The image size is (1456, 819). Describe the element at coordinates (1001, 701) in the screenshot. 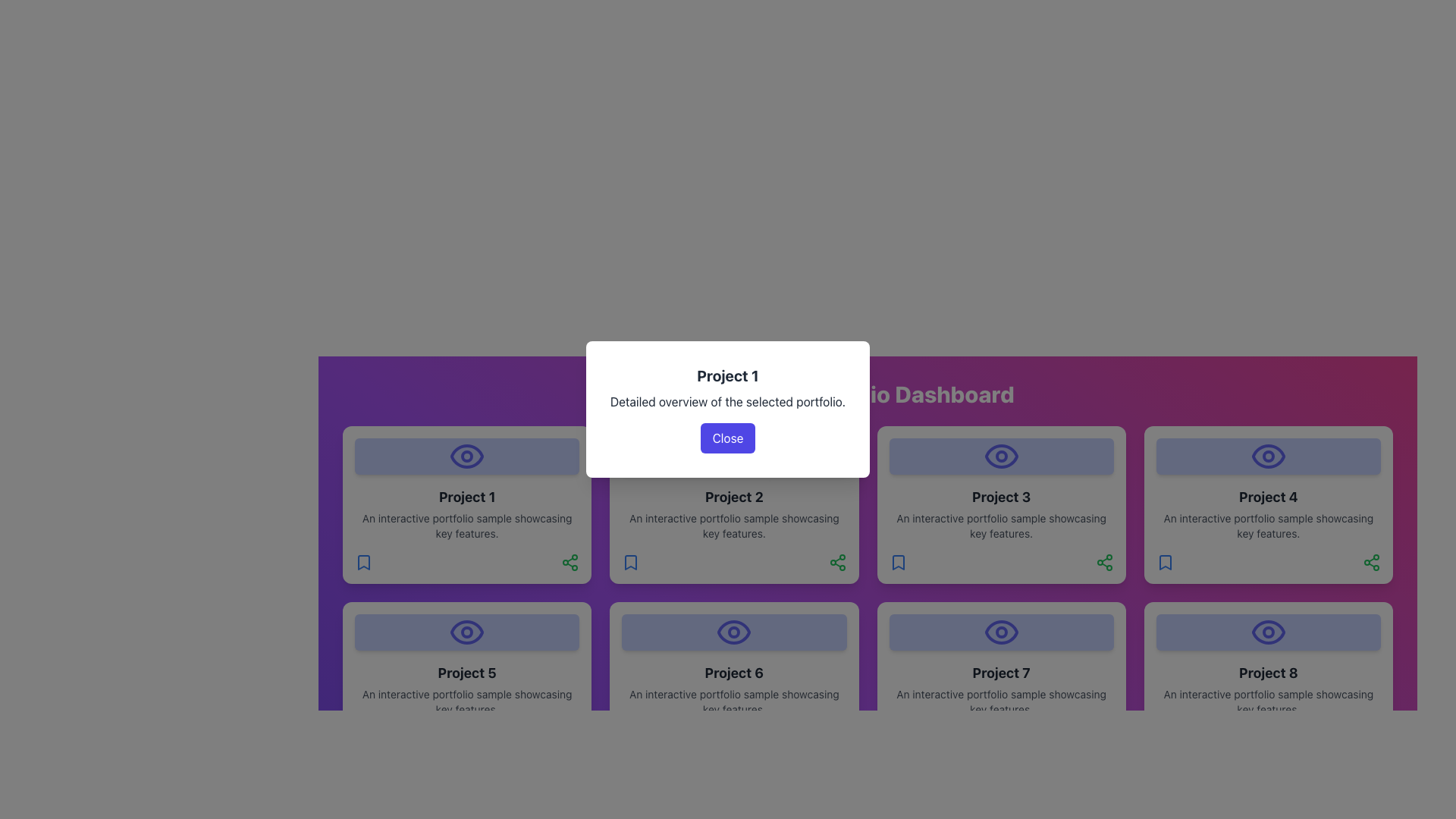

I see `the text element that reads 'An interactive portfolio sample showcasing key features.' which is styled in a small gray font and located directly below the title text 'Project 7'` at that location.